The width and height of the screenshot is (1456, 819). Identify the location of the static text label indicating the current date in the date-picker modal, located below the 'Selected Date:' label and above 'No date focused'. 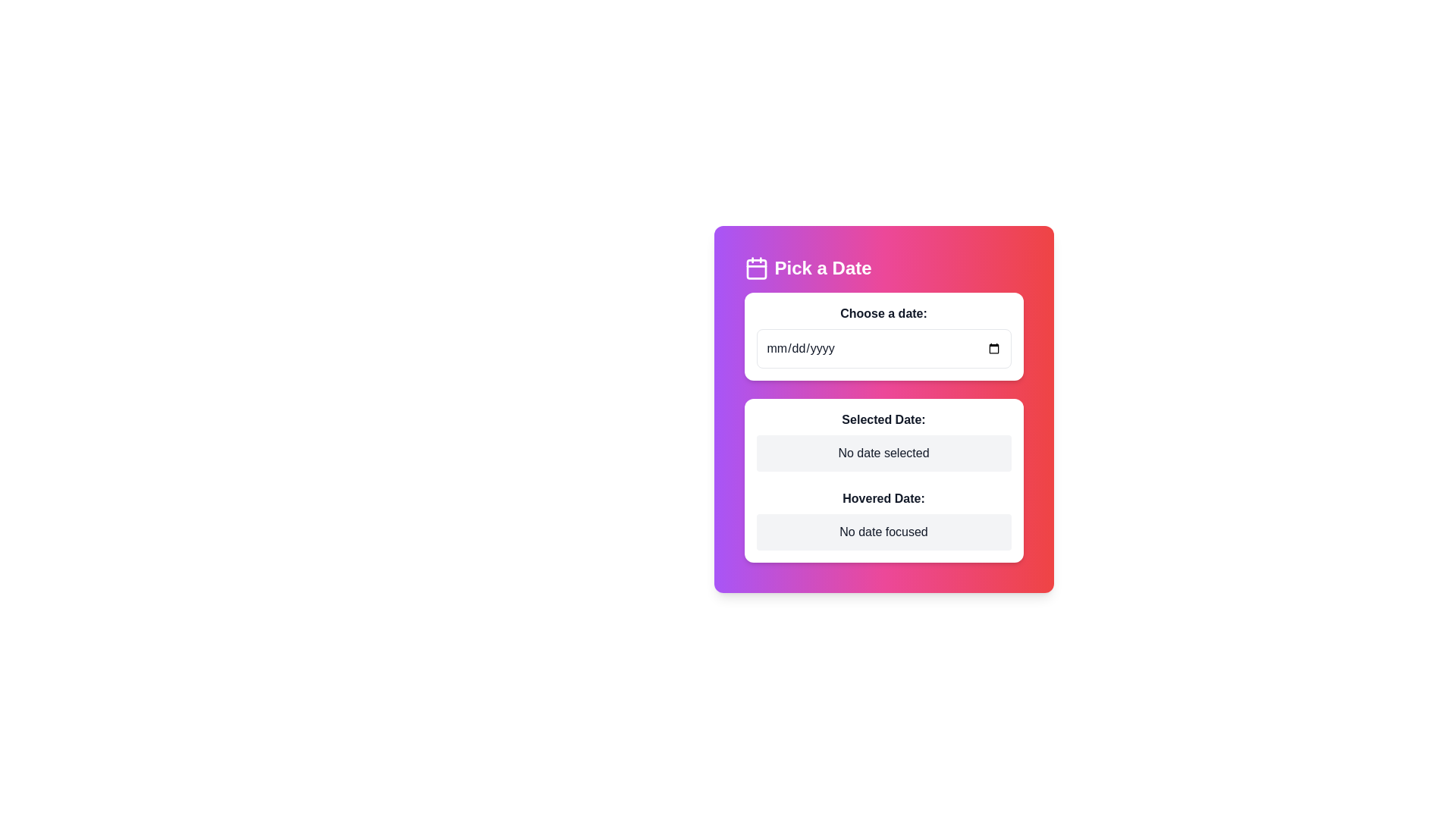
(883, 499).